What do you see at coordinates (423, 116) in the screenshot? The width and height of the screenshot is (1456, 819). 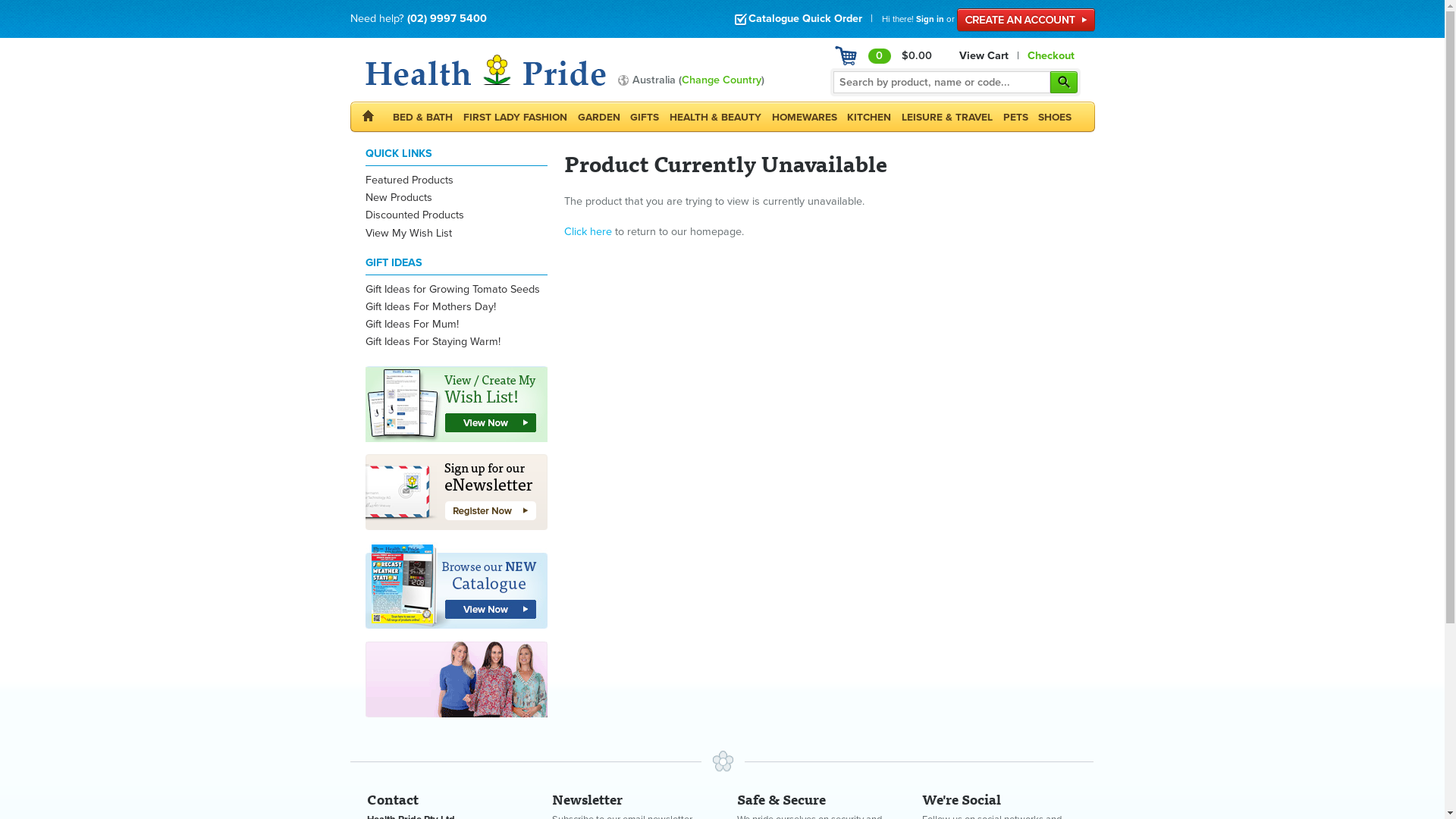 I see `'BED & BATH'` at bounding box center [423, 116].